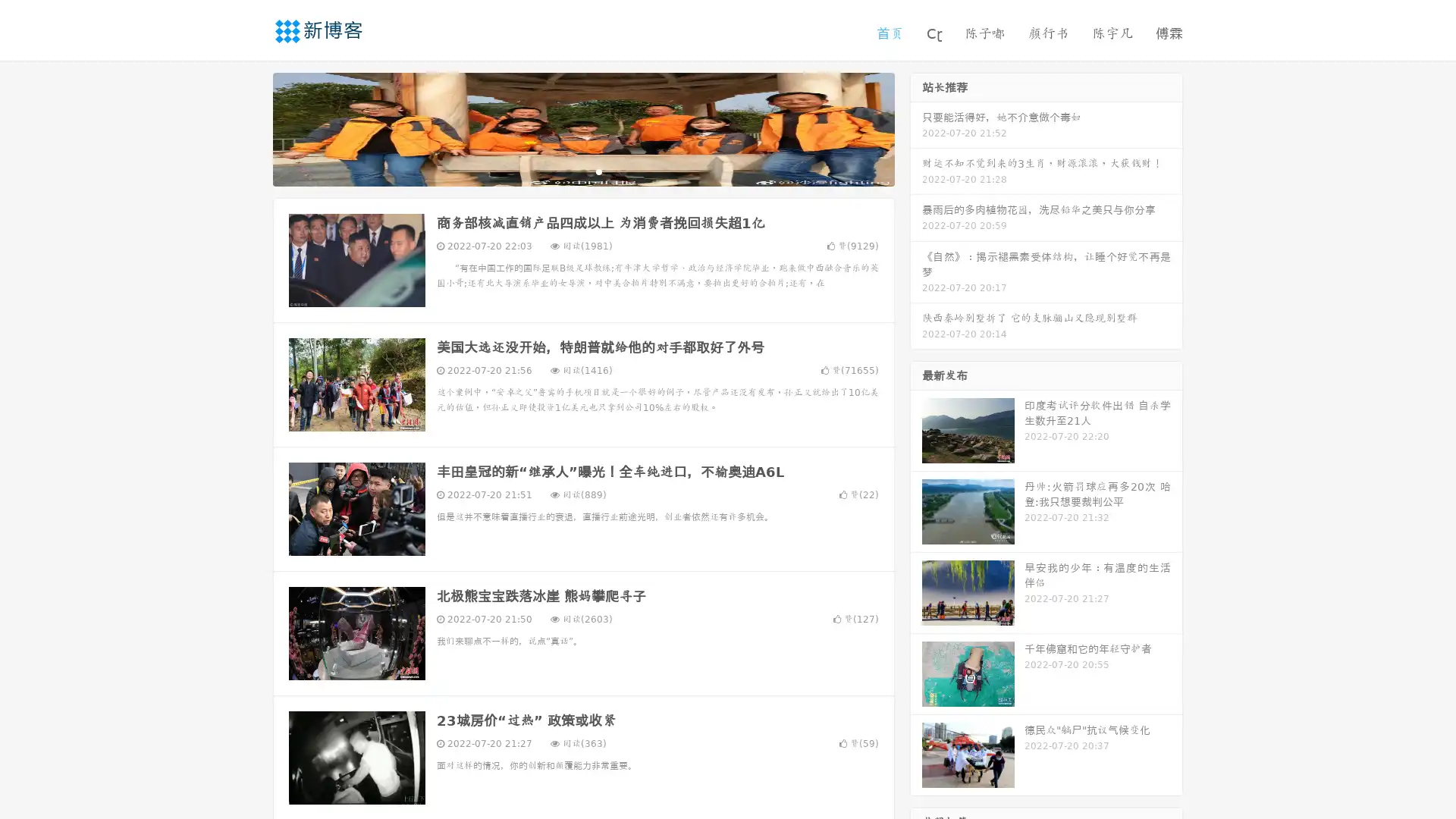  I want to click on Previous slide, so click(250, 127).